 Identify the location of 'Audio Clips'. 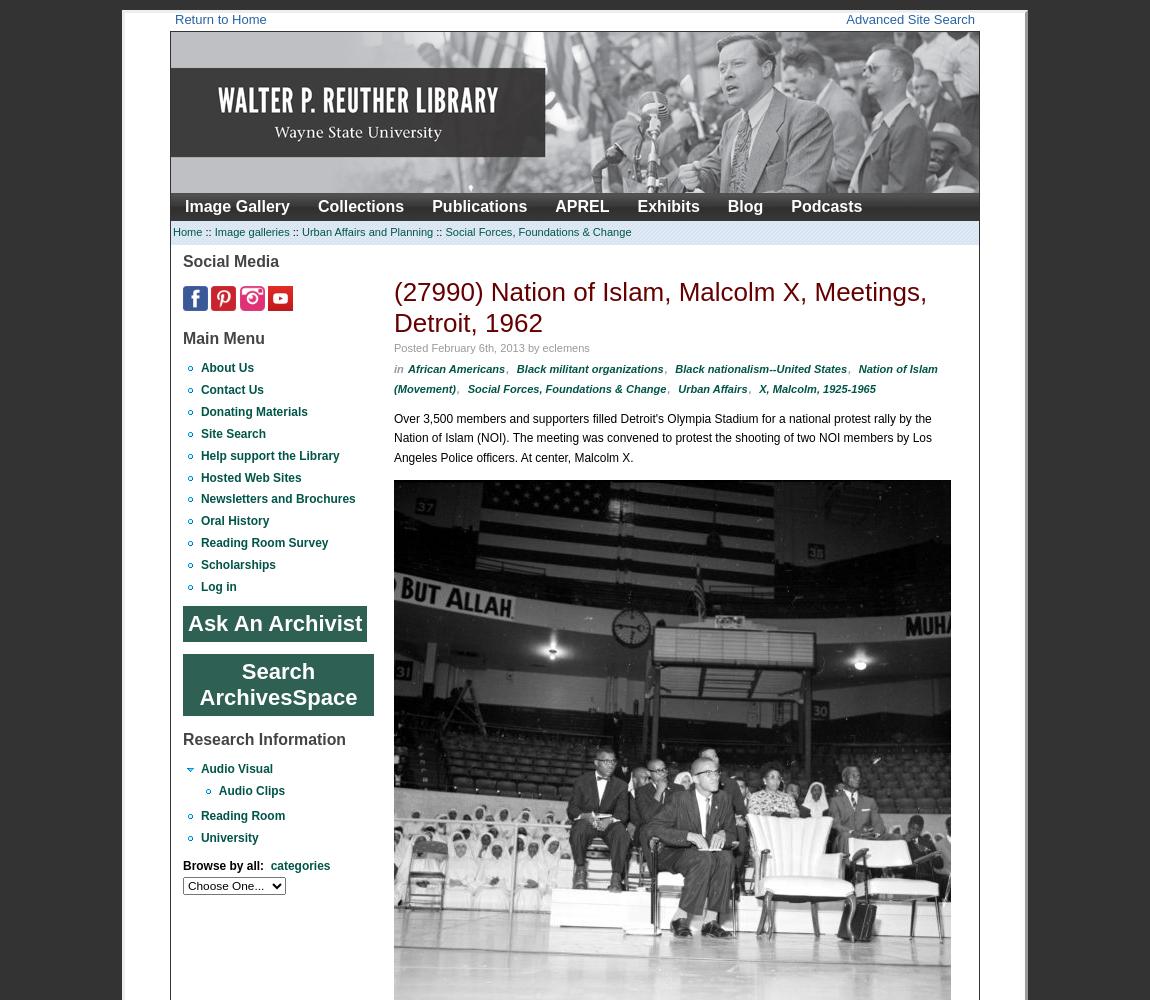
(250, 790).